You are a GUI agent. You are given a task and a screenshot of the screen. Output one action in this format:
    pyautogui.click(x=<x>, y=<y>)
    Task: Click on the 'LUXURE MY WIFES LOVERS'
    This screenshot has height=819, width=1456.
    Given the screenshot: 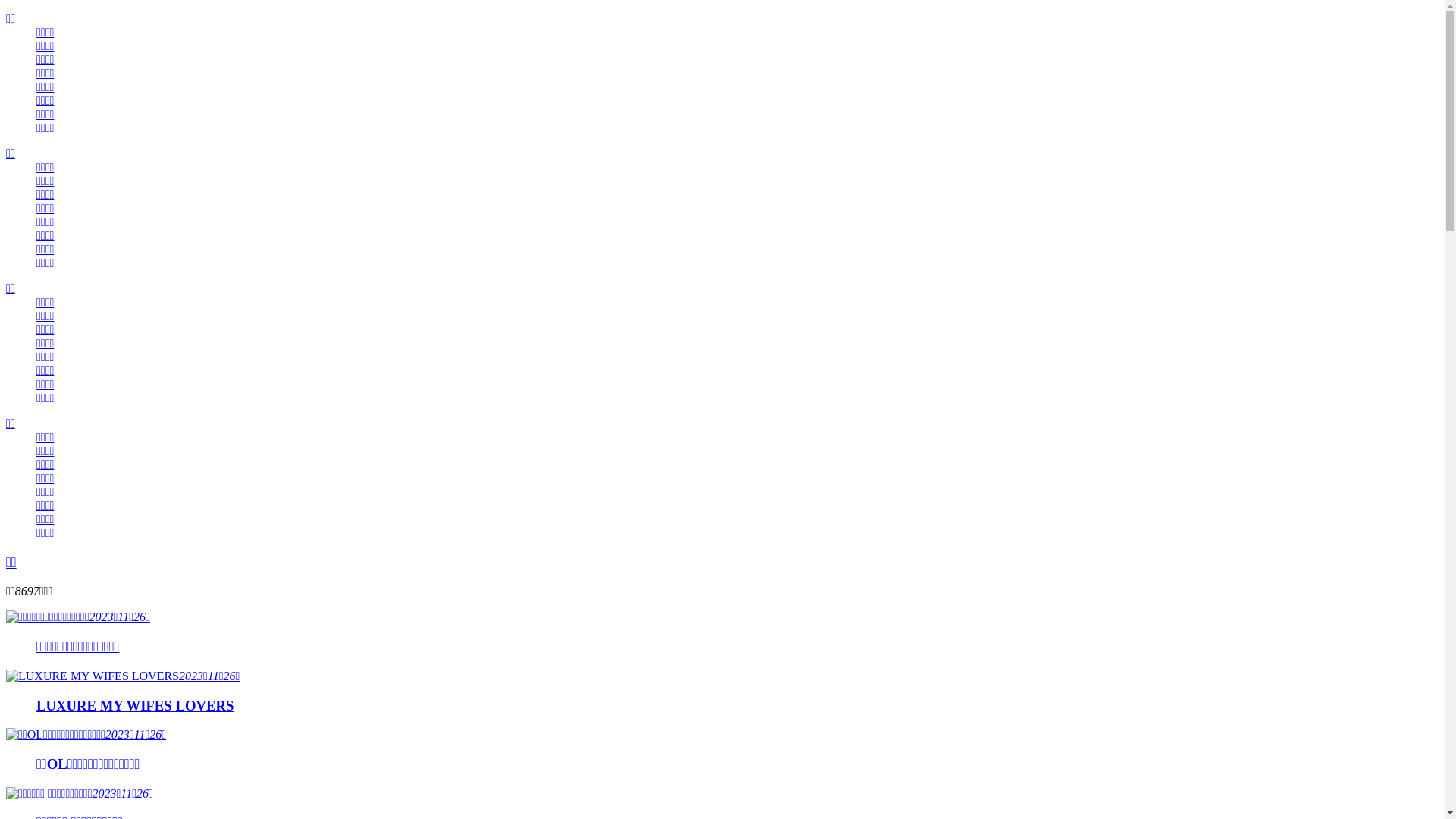 What is the action you would take?
    pyautogui.click(x=36, y=705)
    